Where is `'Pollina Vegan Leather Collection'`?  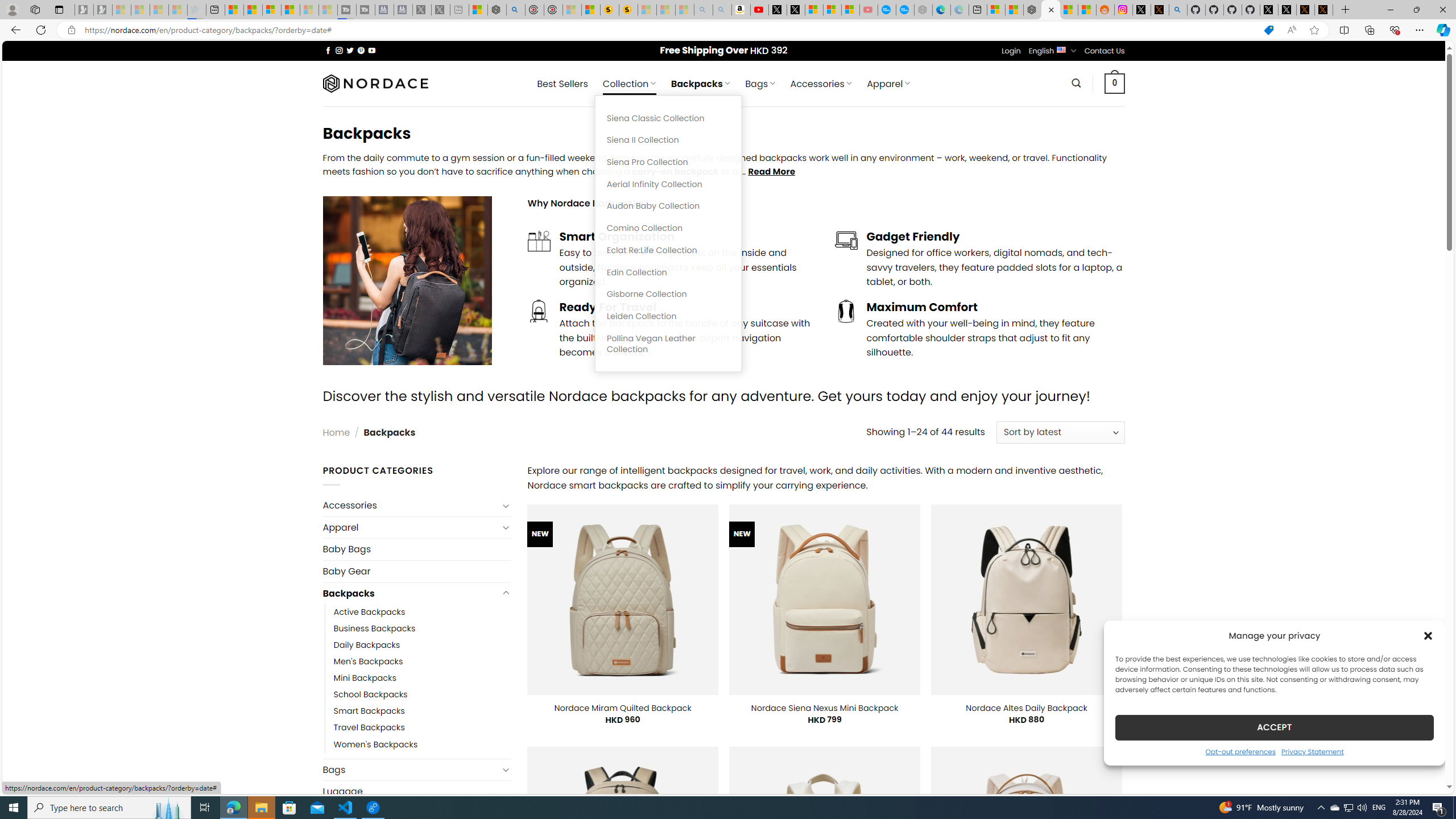
'Pollina Vegan Leather Collection' is located at coordinates (668, 344).